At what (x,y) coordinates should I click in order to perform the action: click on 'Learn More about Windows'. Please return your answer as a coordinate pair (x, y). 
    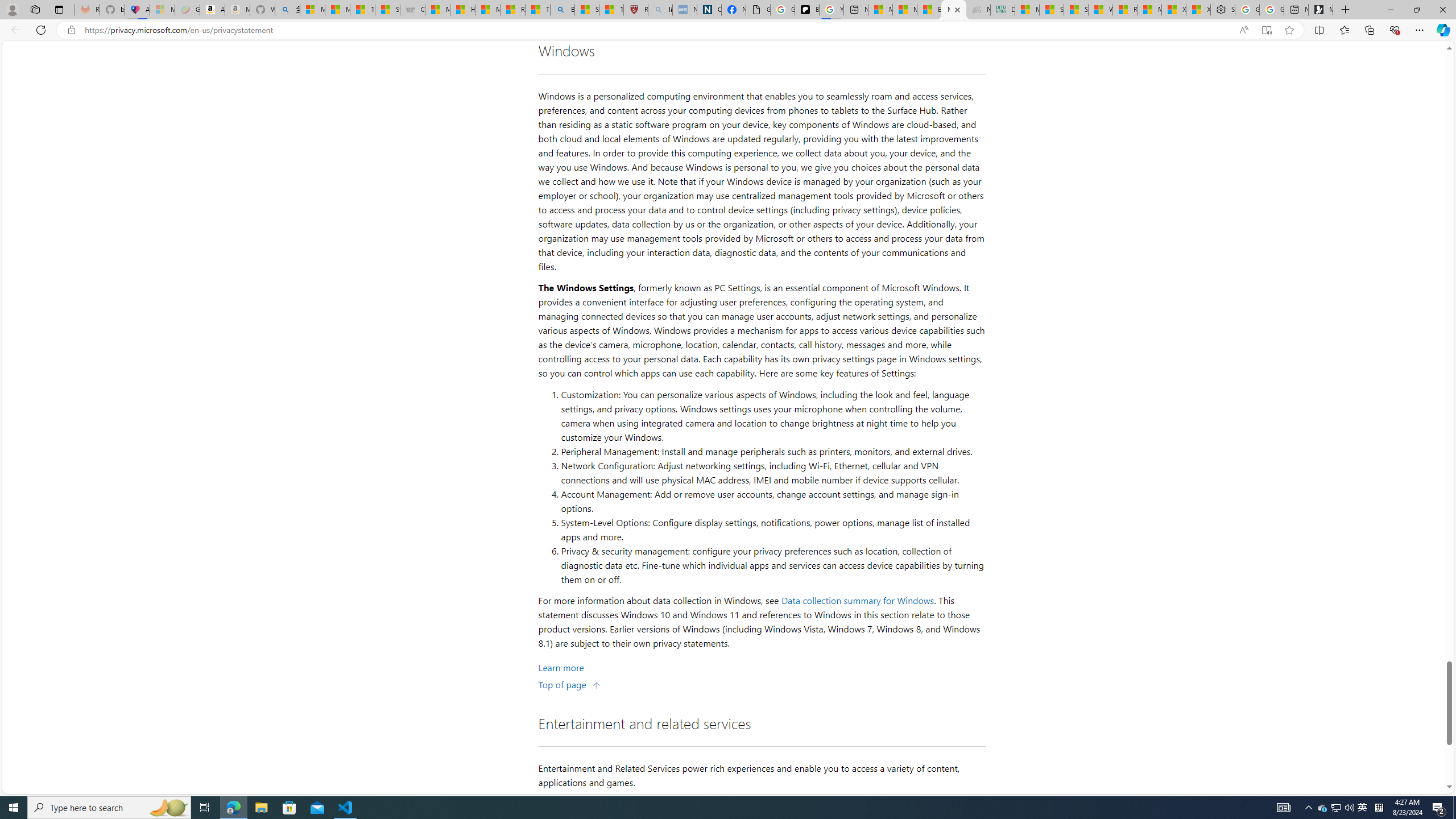
    Looking at the image, I should click on (561, 667).